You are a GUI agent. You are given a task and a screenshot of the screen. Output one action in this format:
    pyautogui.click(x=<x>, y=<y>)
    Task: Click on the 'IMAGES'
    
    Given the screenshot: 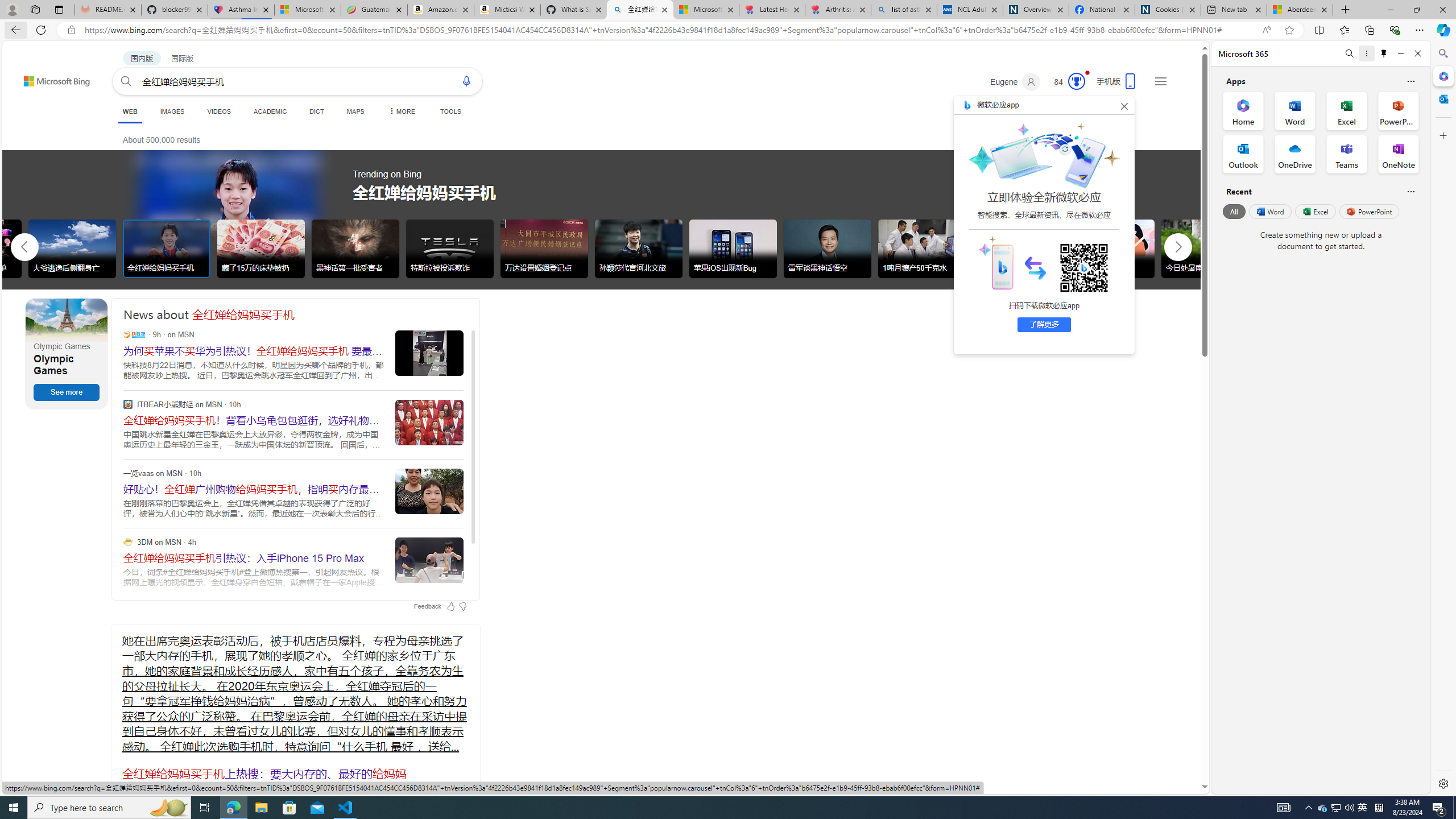 What is the action you would take?
    pyautogui.click(x=172, y=111)
    